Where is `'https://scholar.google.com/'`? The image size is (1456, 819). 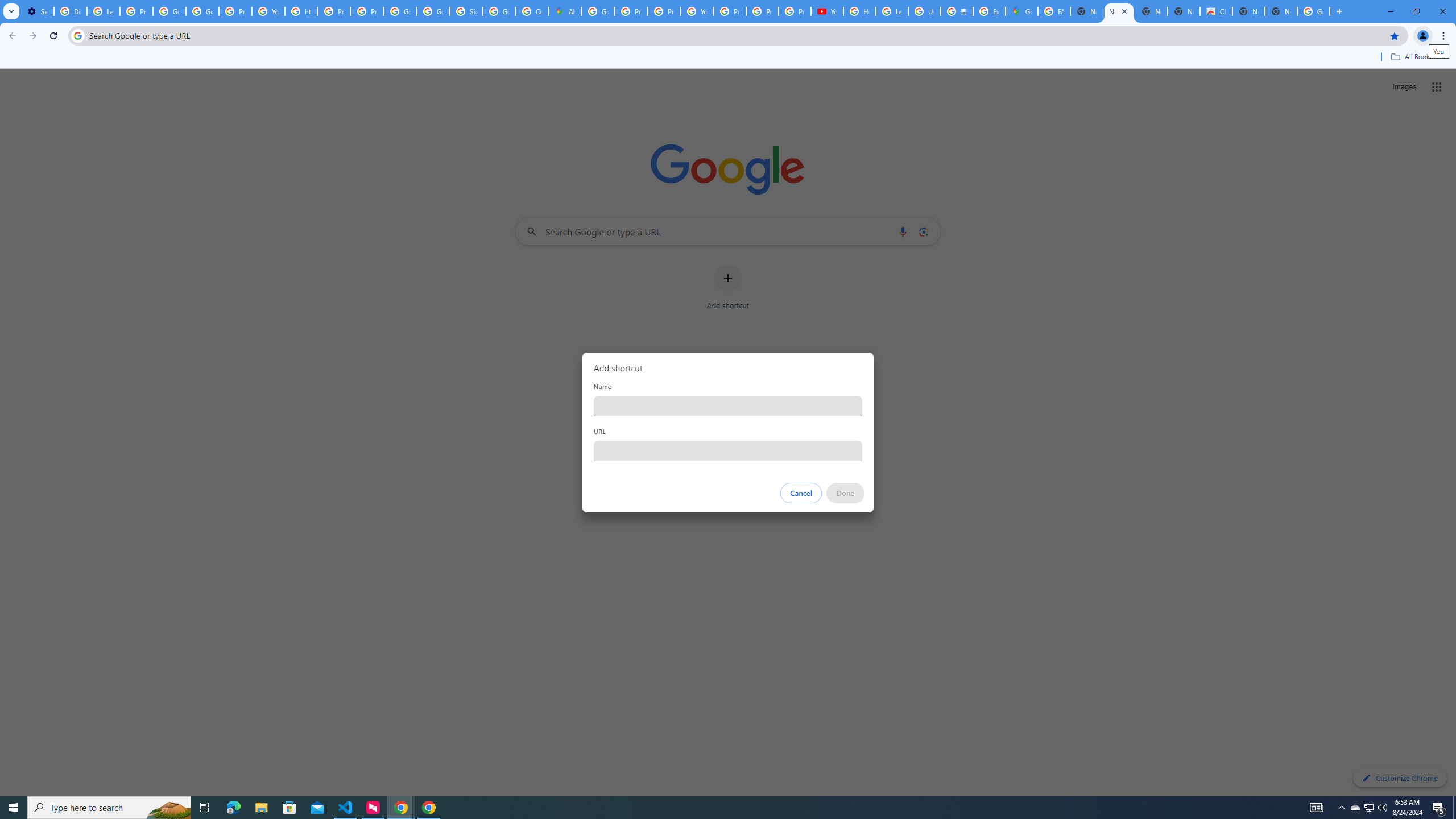
'https://scholar.google.com/' is located at coordinates (301, 11).